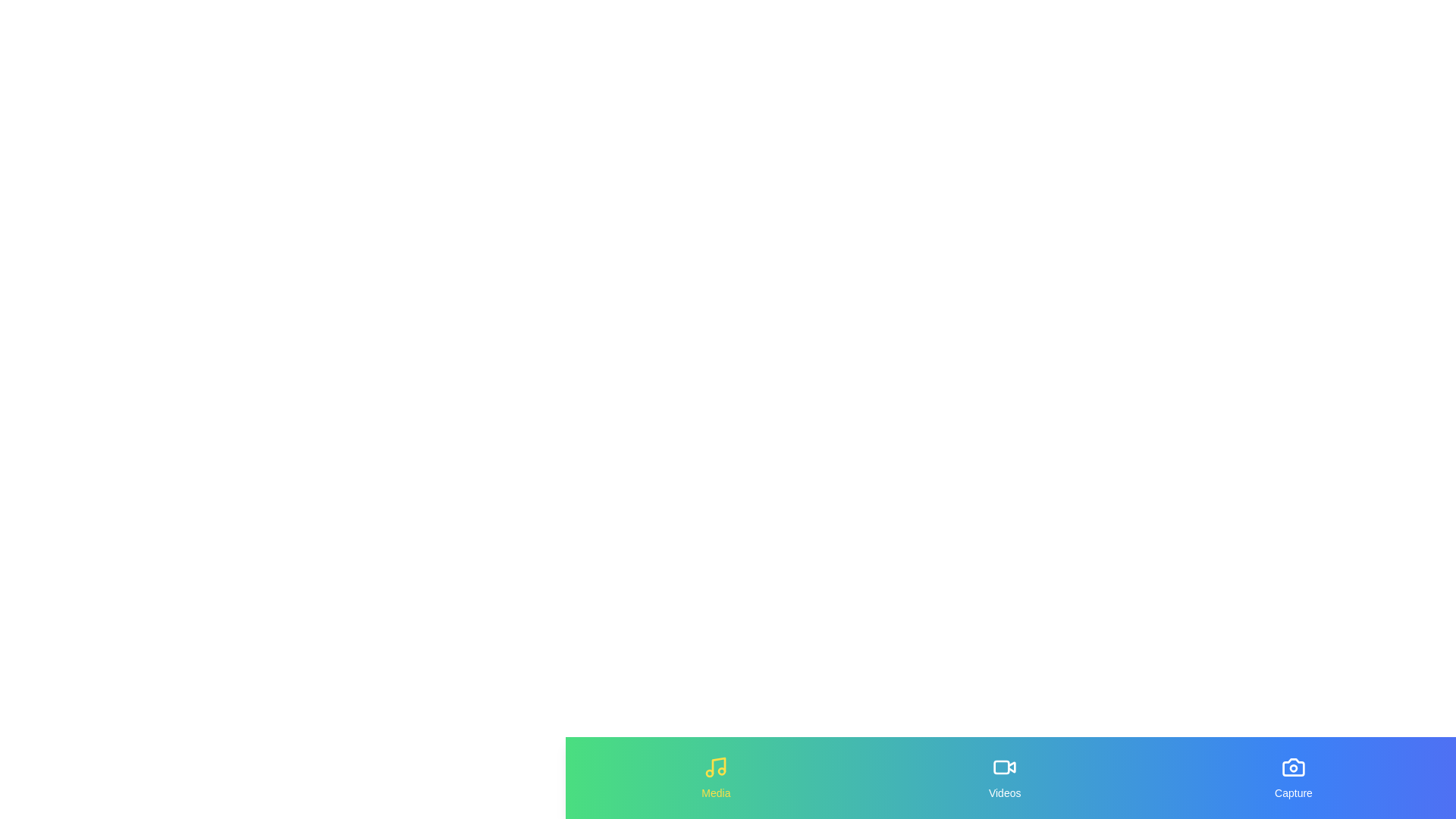 The width and height of the screenshot is (1456, 819). Describe the element at coordinates (1292, 778) in the screenshot. I see `the tab Capture in the MultimediaBottomNavigation component` at that location.